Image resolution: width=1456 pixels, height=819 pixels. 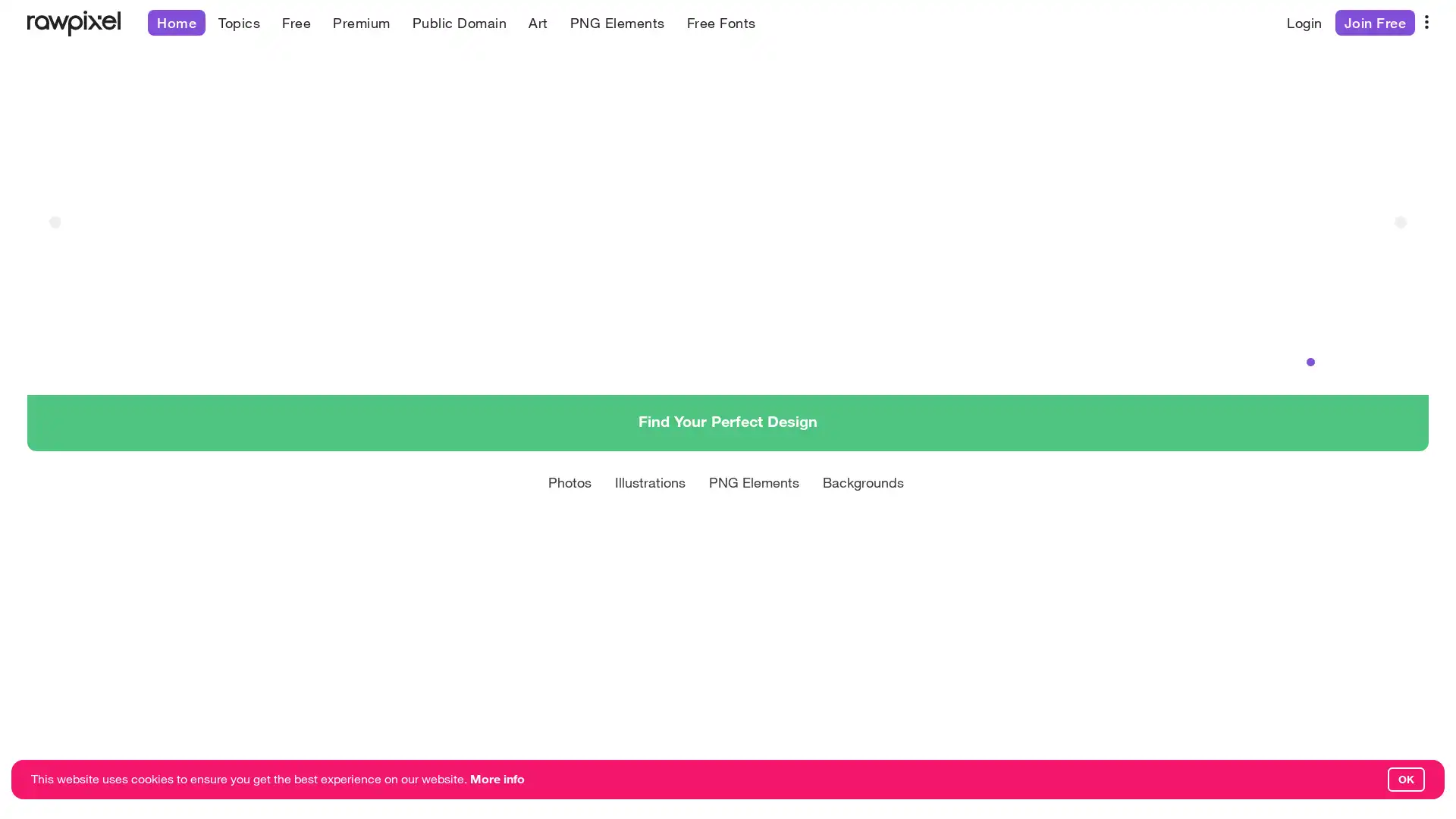 What do you see at coordinates (731, 769) in the screenshot?
I see `Save` at bounding box center [731, 769].